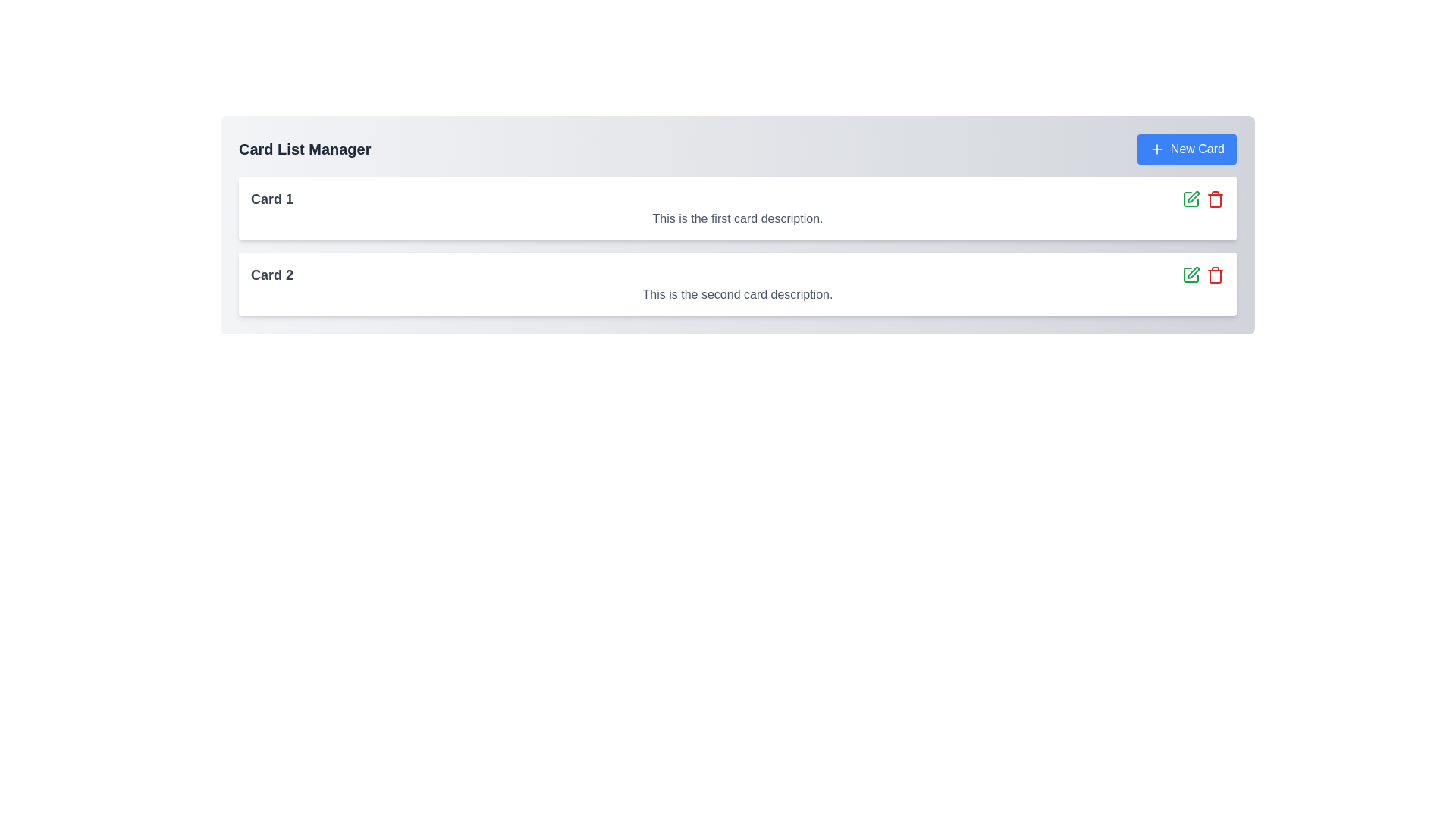 The height and width of the screenshot is (819, 1456). Describe the element at coordinates (304, 149) in the screenshot. I see `the text header labeled 'Card List Manager' which is styled with a bold font and located at the top-left of the displayed content` at that location.